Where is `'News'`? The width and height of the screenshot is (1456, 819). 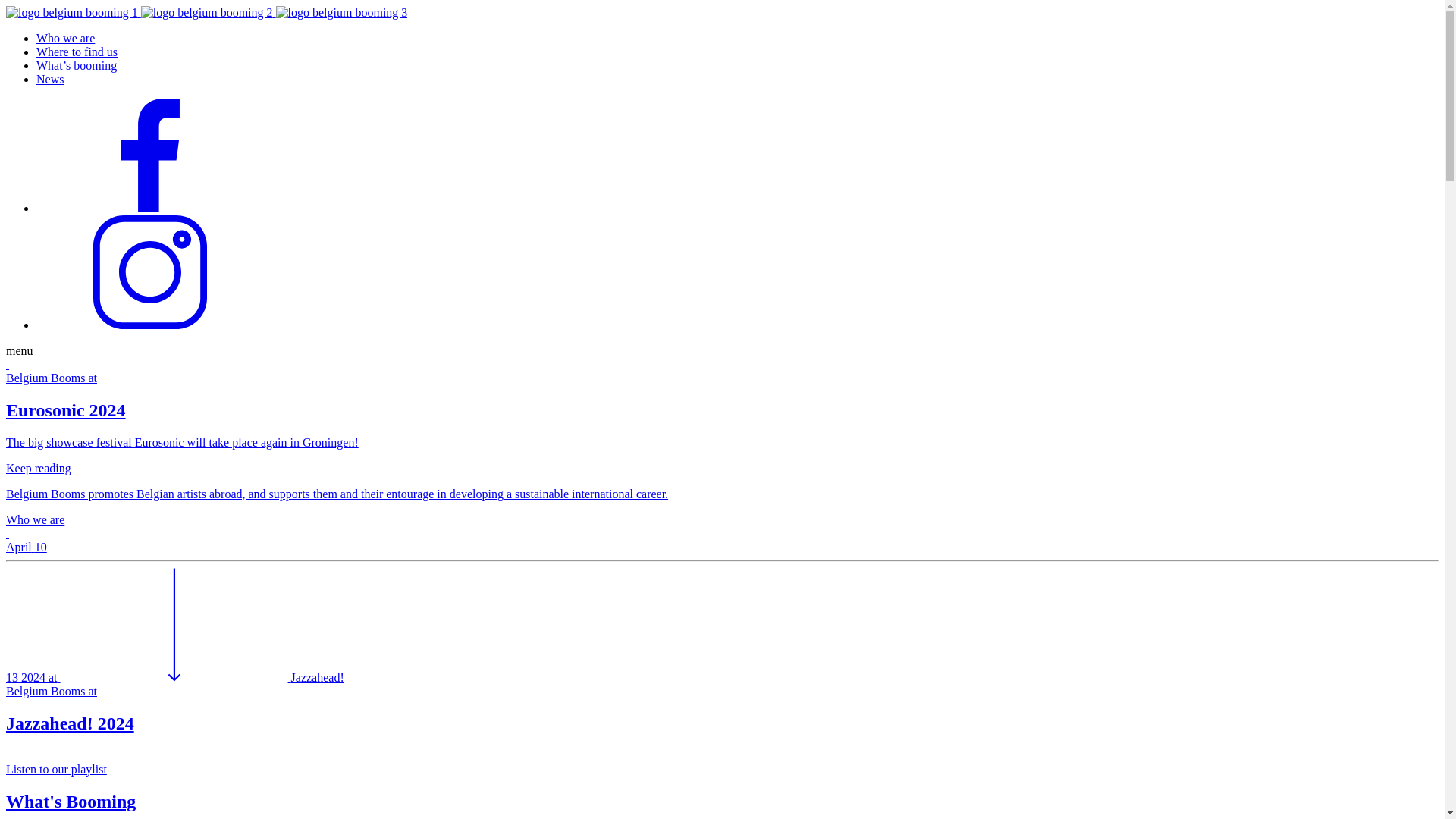
'News' is located at coordinates (36, 79).